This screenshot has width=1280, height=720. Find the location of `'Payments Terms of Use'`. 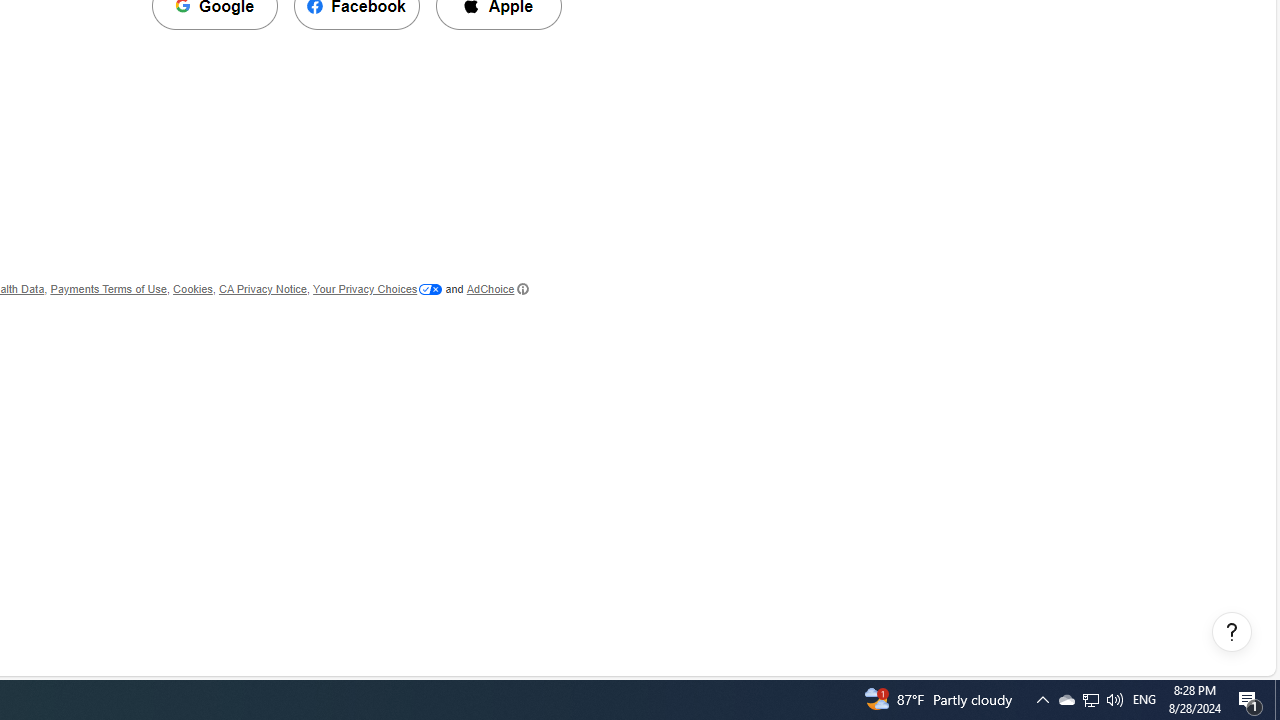

'Payments Terms of Use' is located at coordinates (107, 289).